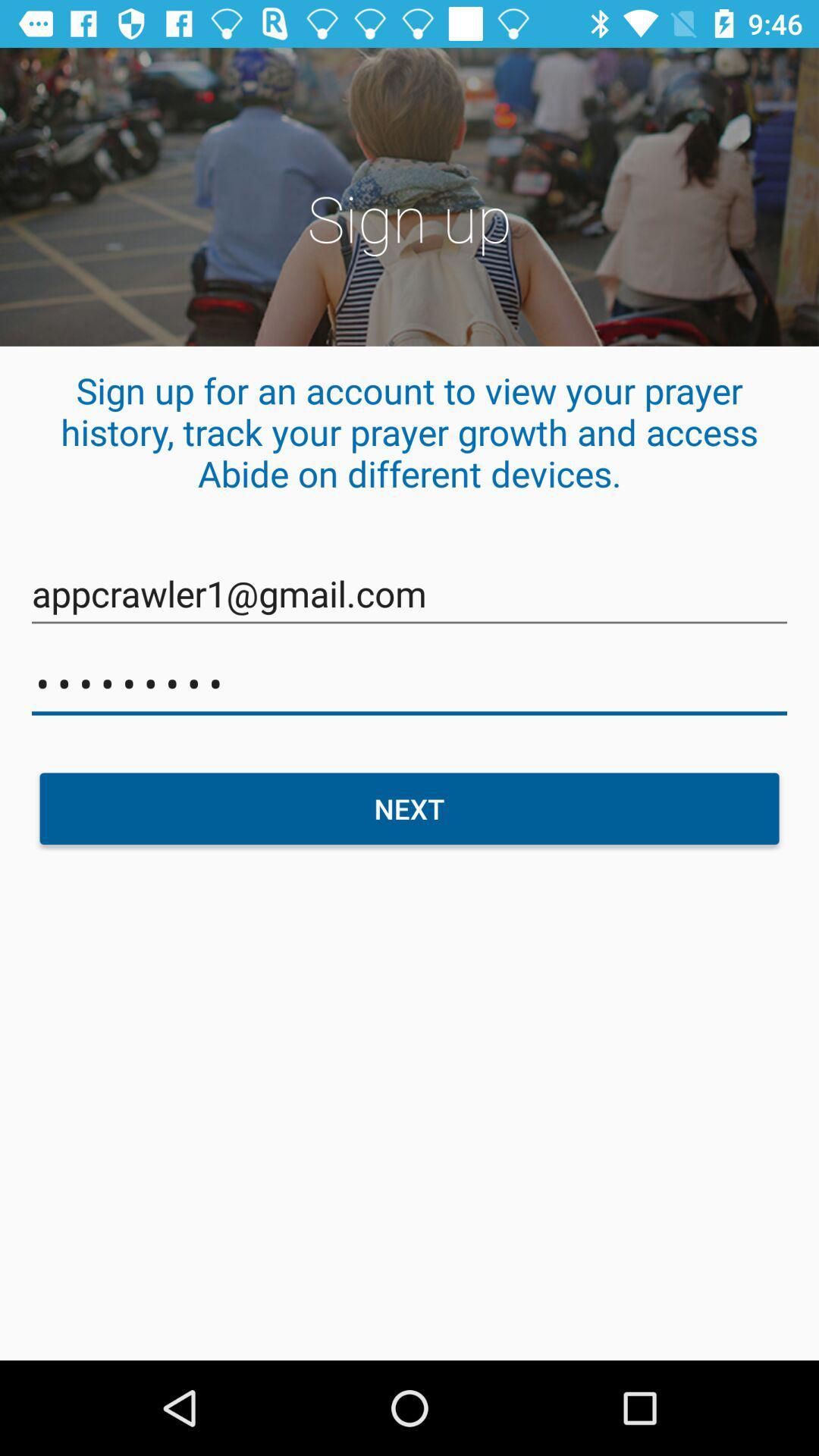  I want to click on crowd3116 item, so click(409, 683).